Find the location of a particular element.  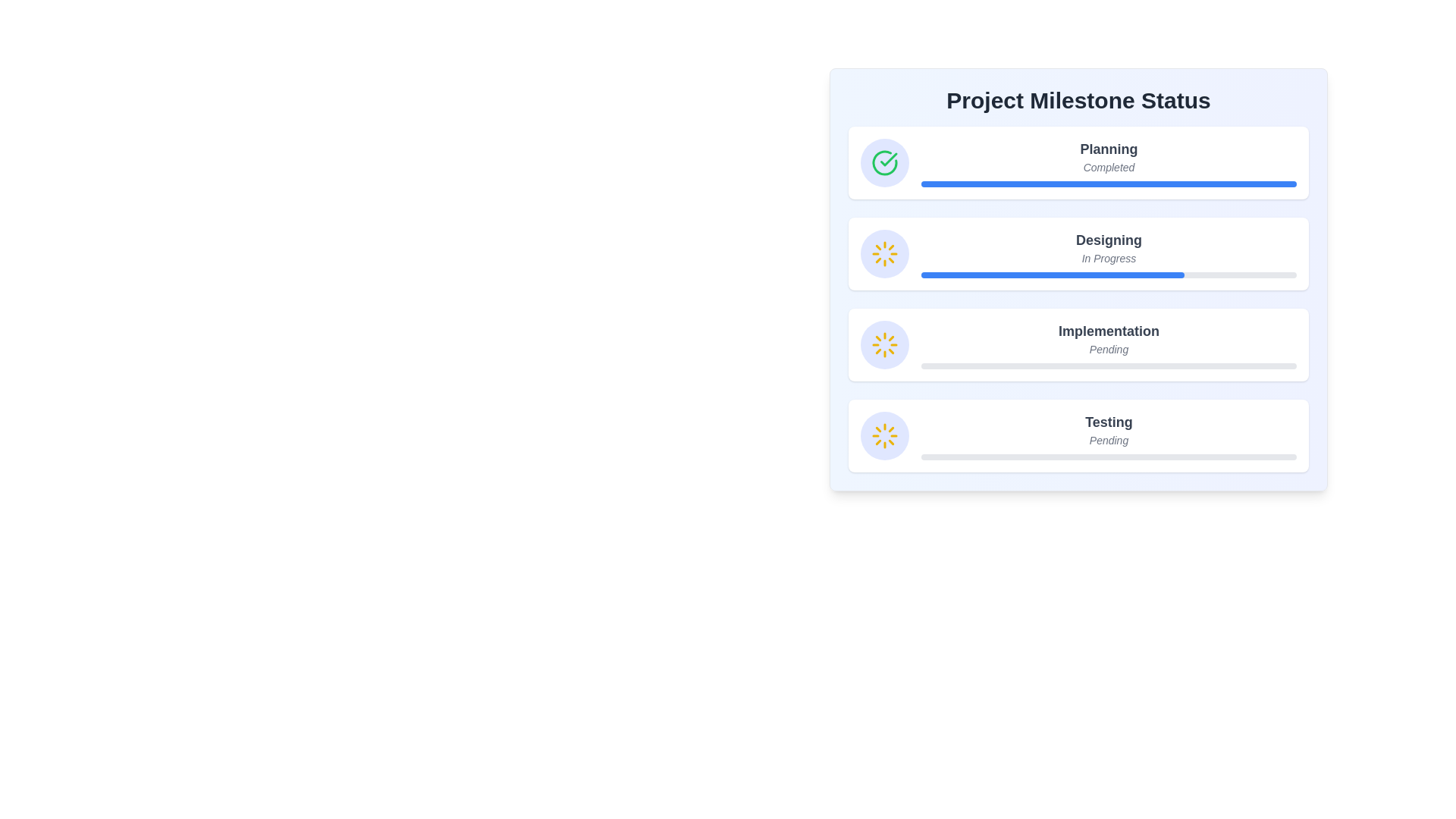

the blue progress bar element representing the 'Designing' milestone in the tracker is located at coordinates (1052, 275).